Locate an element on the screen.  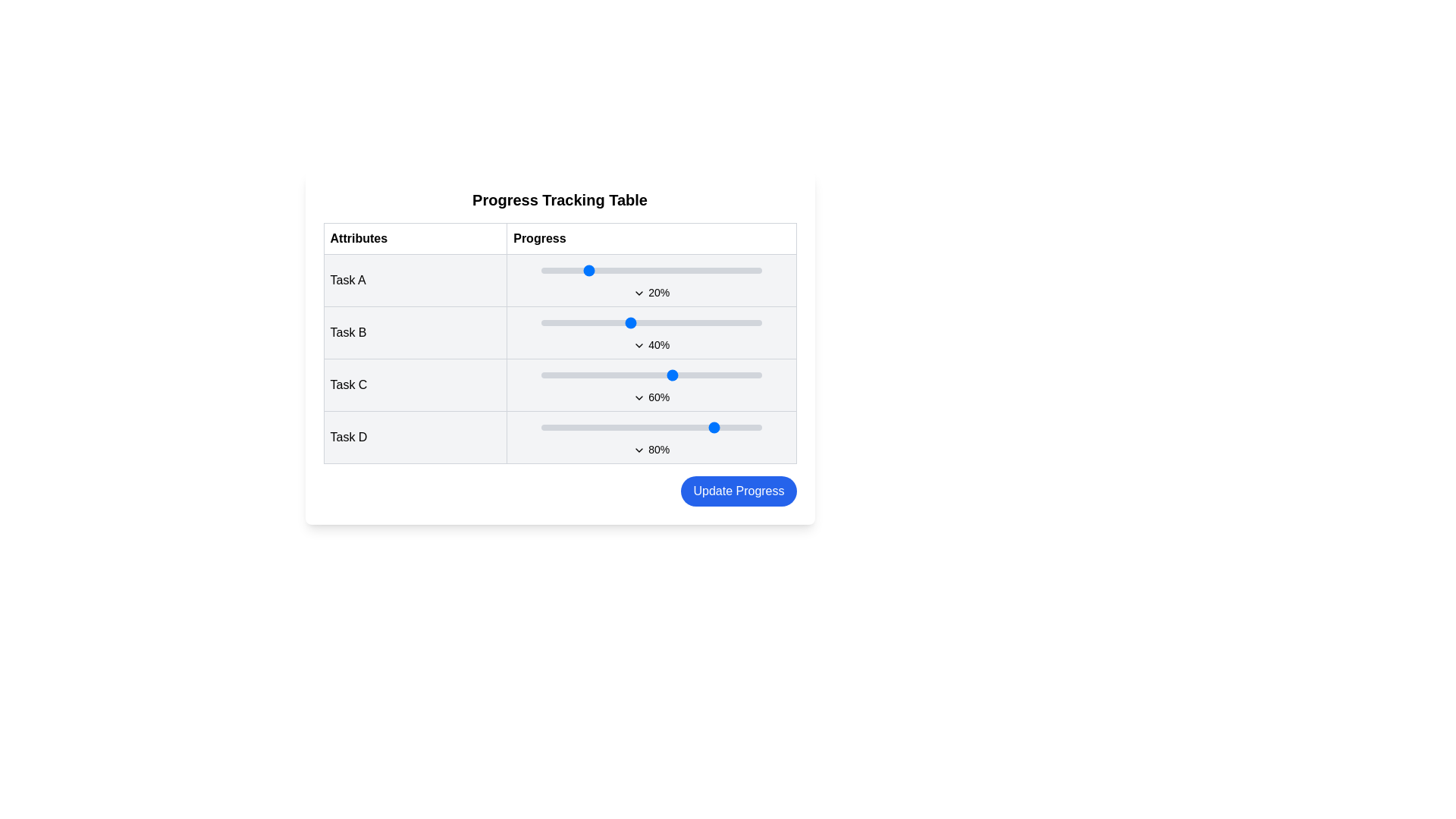
the progress for task B is located at coordinates (573, 322).